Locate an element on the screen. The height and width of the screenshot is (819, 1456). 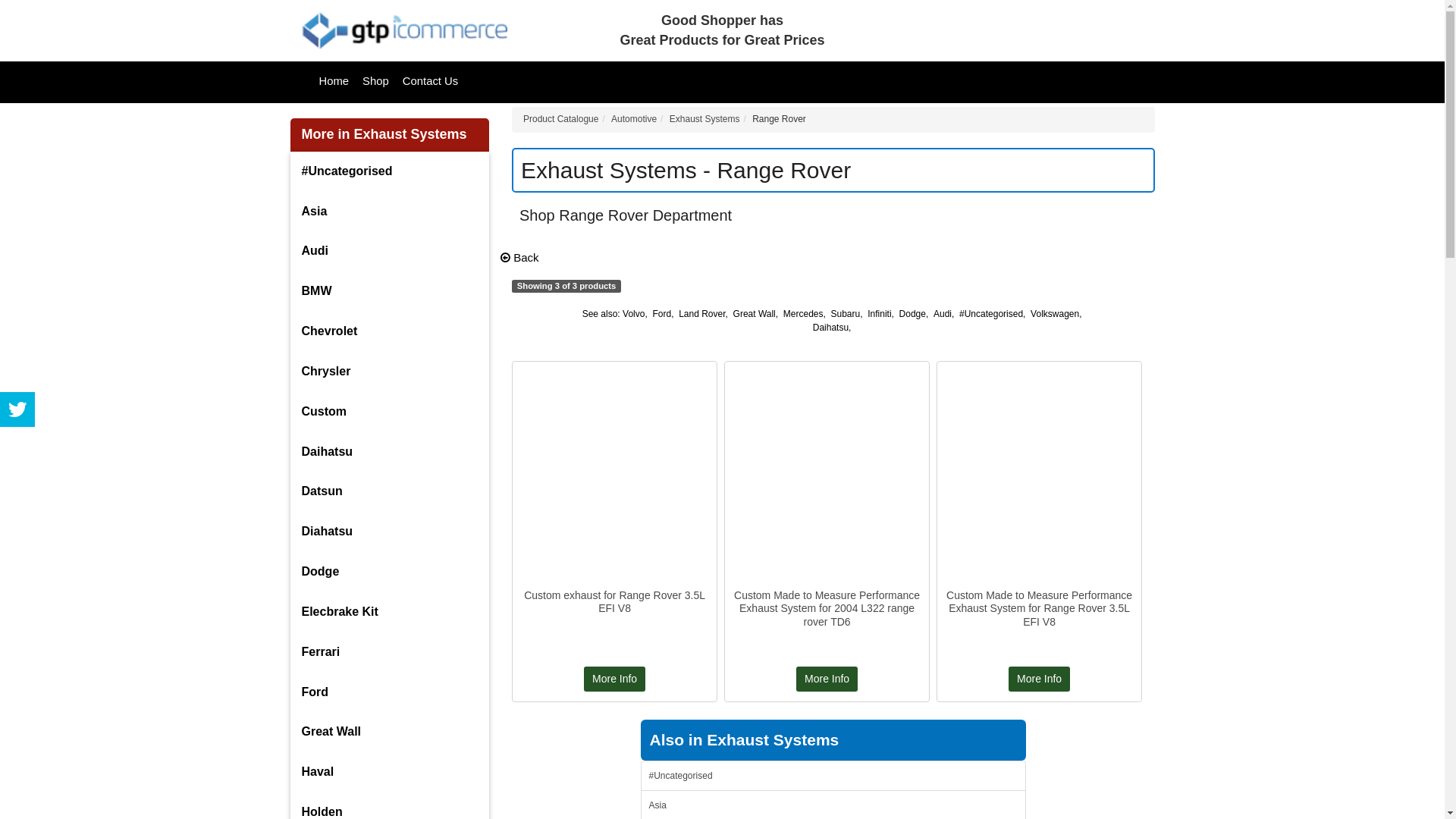
'Subaru' is located at coordinates (845, 312).